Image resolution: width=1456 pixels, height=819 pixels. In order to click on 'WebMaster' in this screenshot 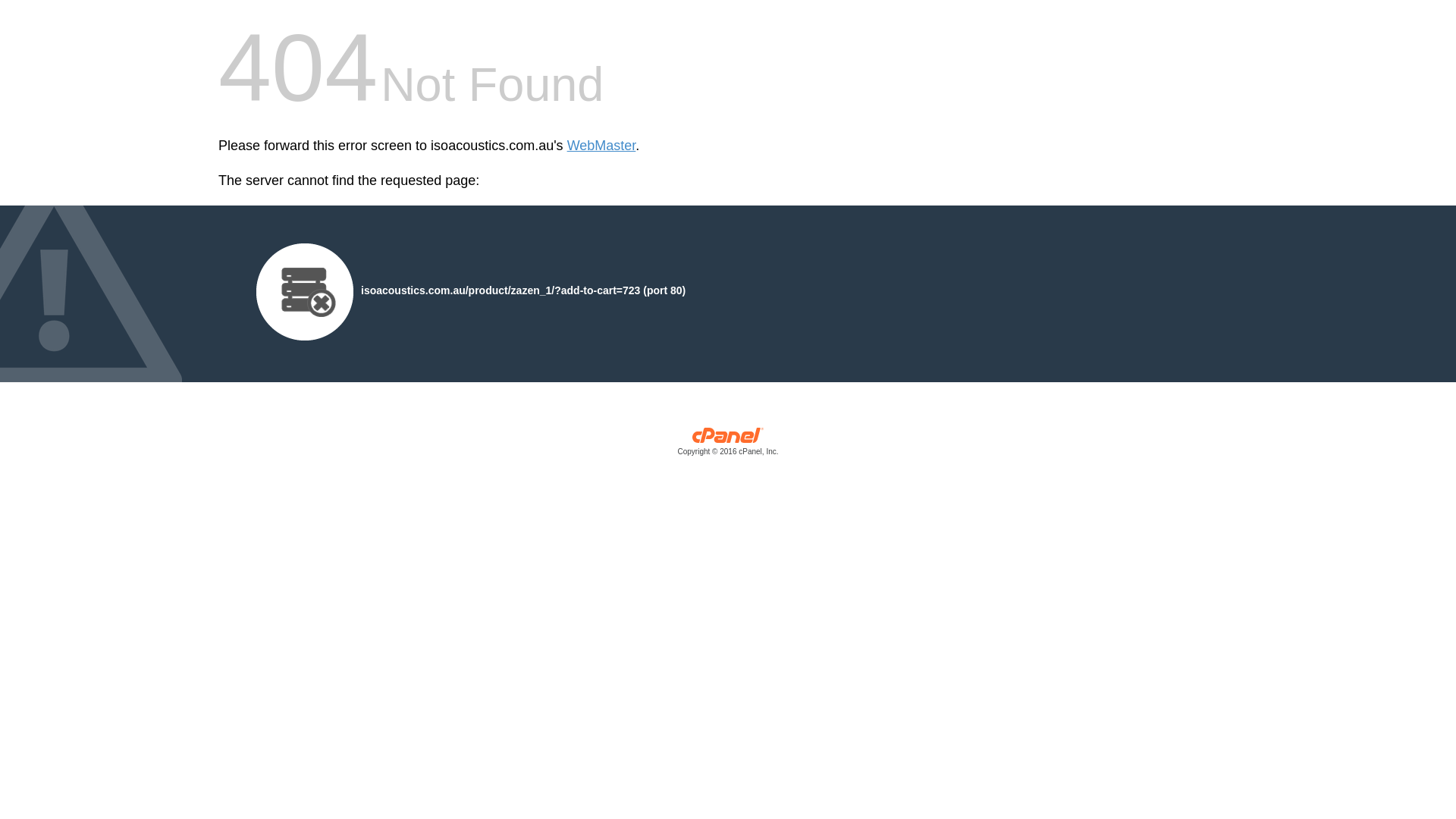, I will do `click(566, 146)`.